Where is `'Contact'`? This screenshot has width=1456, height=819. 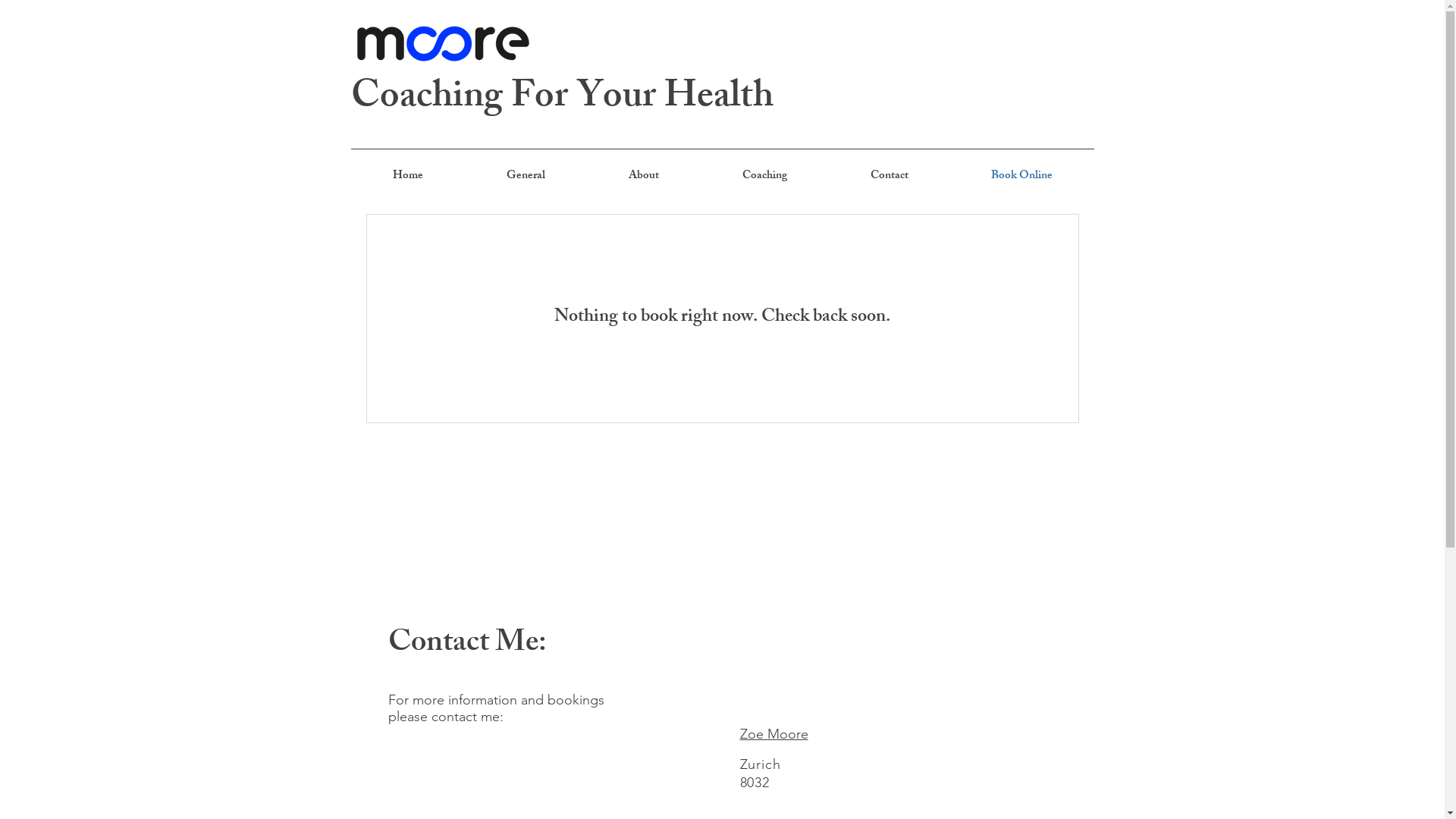
'Contact' is located at coordinates (888, 175).